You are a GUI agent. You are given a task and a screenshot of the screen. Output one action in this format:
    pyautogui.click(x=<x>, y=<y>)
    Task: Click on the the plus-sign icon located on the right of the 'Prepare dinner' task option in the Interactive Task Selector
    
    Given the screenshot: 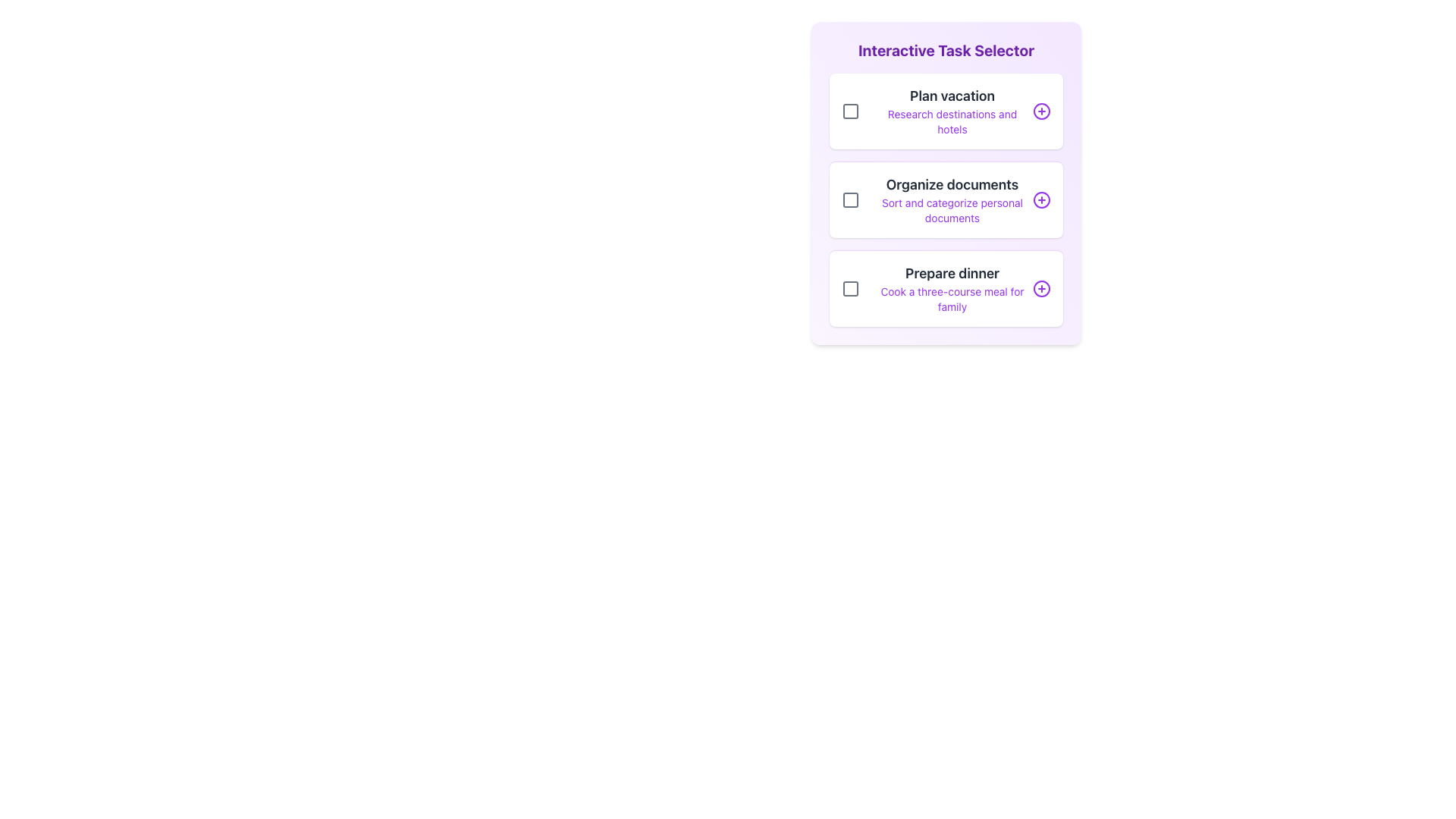 What is the action you would take?
    pyautogui.click(x=1040, y=289)
    